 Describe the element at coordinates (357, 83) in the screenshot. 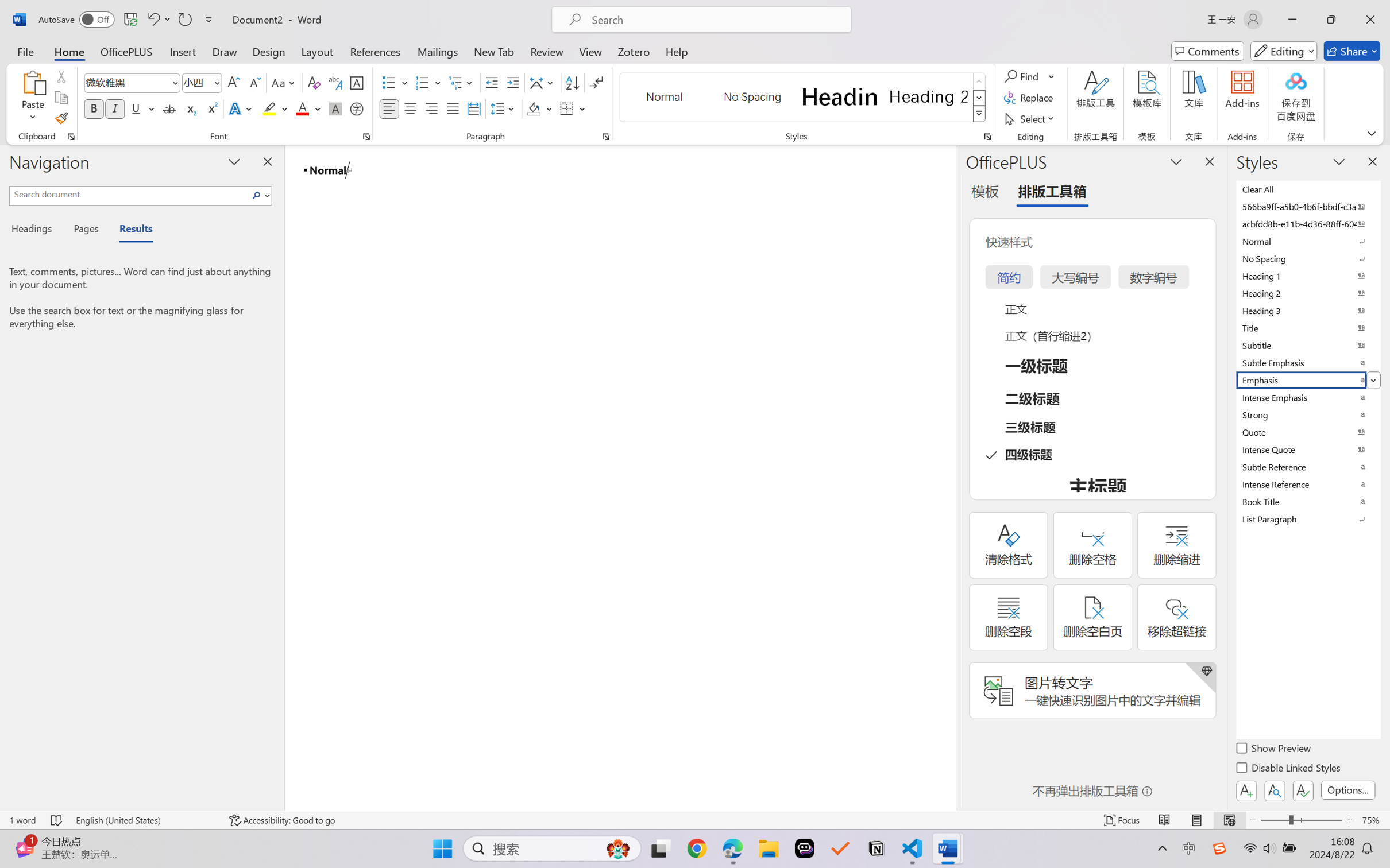

I see `'Character Border'` at that location.